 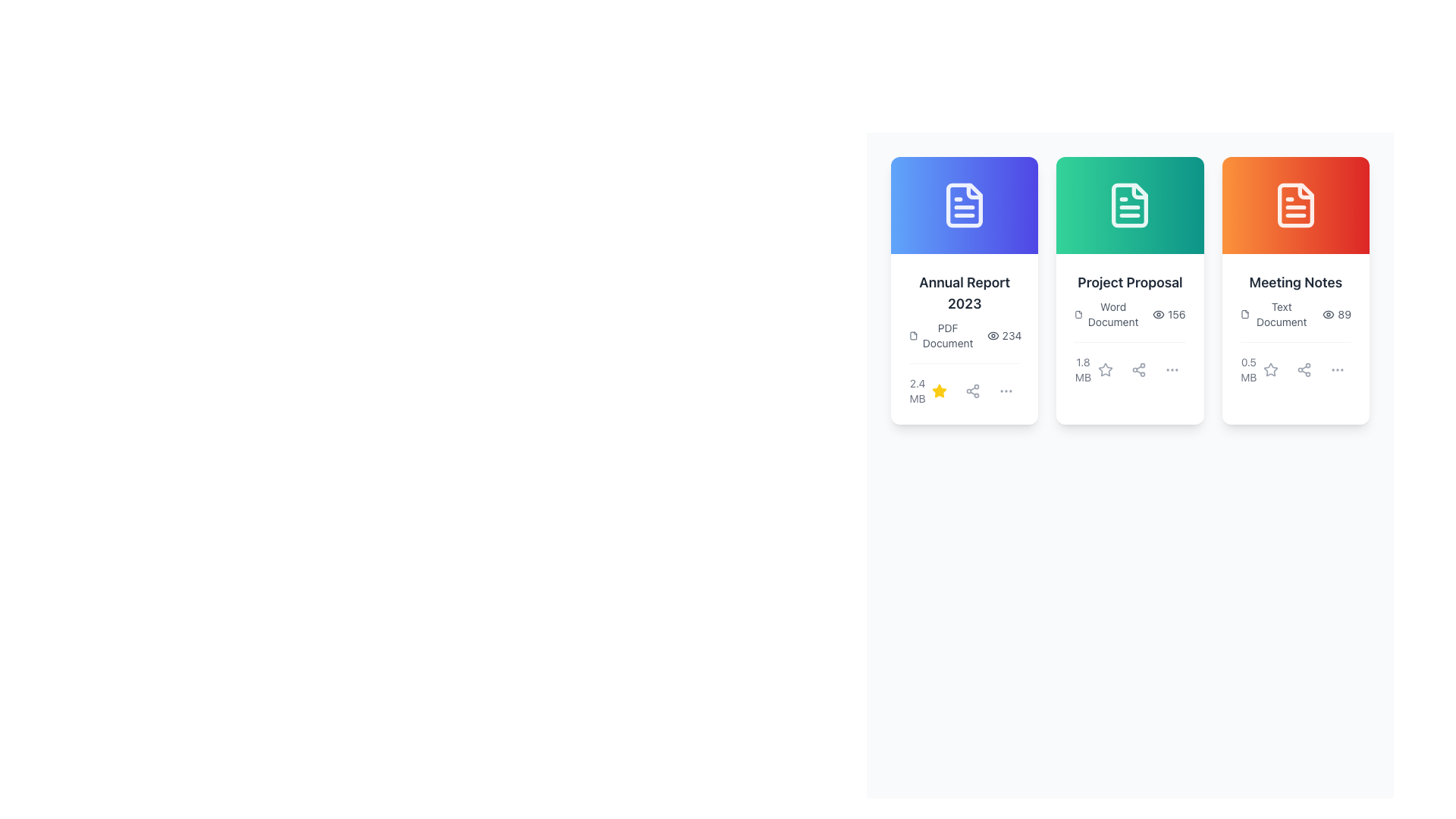 What do you see at coordinates (939, 390) in the screenshot?
I see `the star icon located in the card titled 'Annual Report 2023' to mark the item as a favorite` at bounding box center [939, 390].